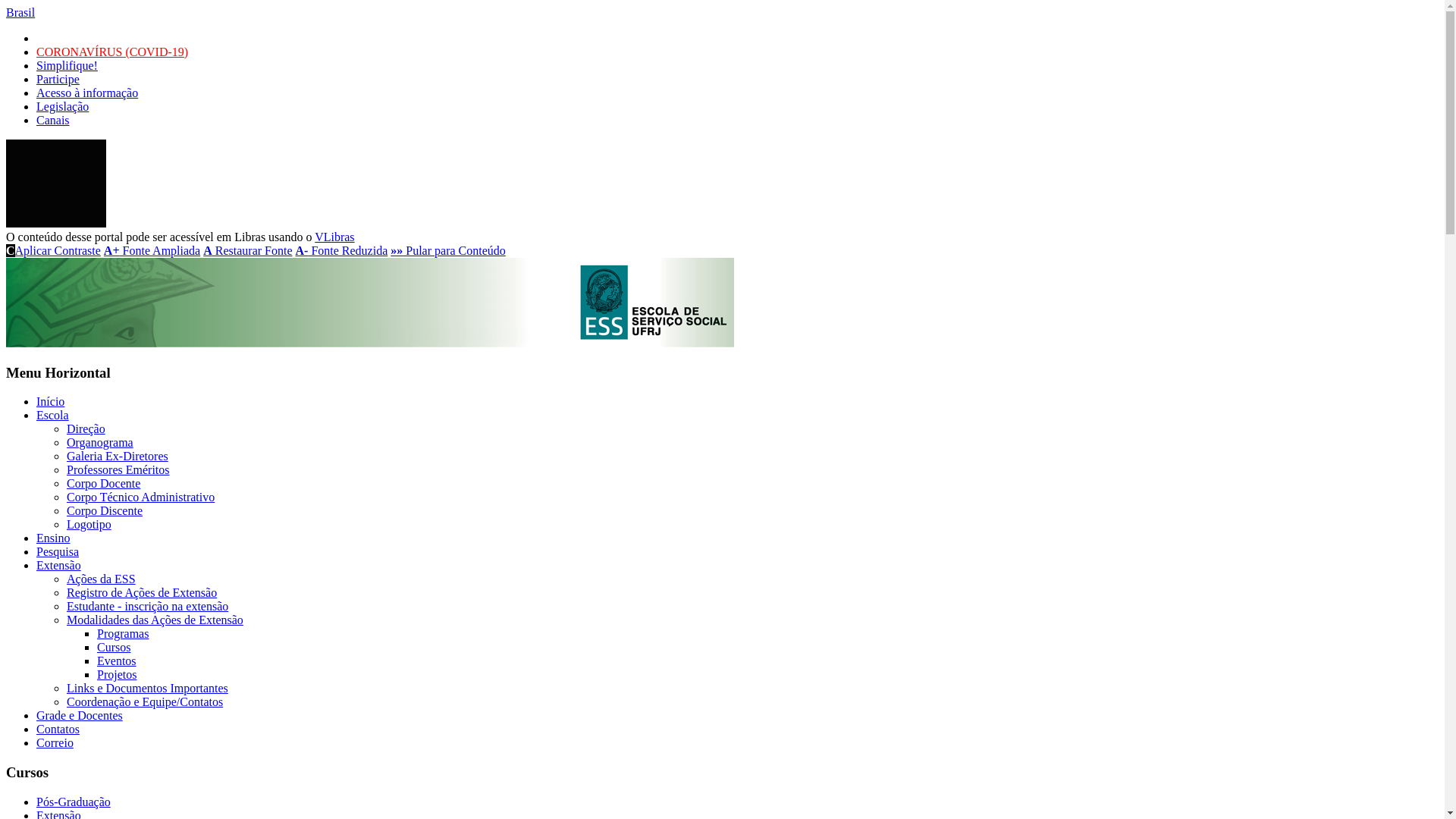  What do you see at coordinates (36, 742) in the screenshot?
I see `'Correio'` at bounding box center [36, 742].